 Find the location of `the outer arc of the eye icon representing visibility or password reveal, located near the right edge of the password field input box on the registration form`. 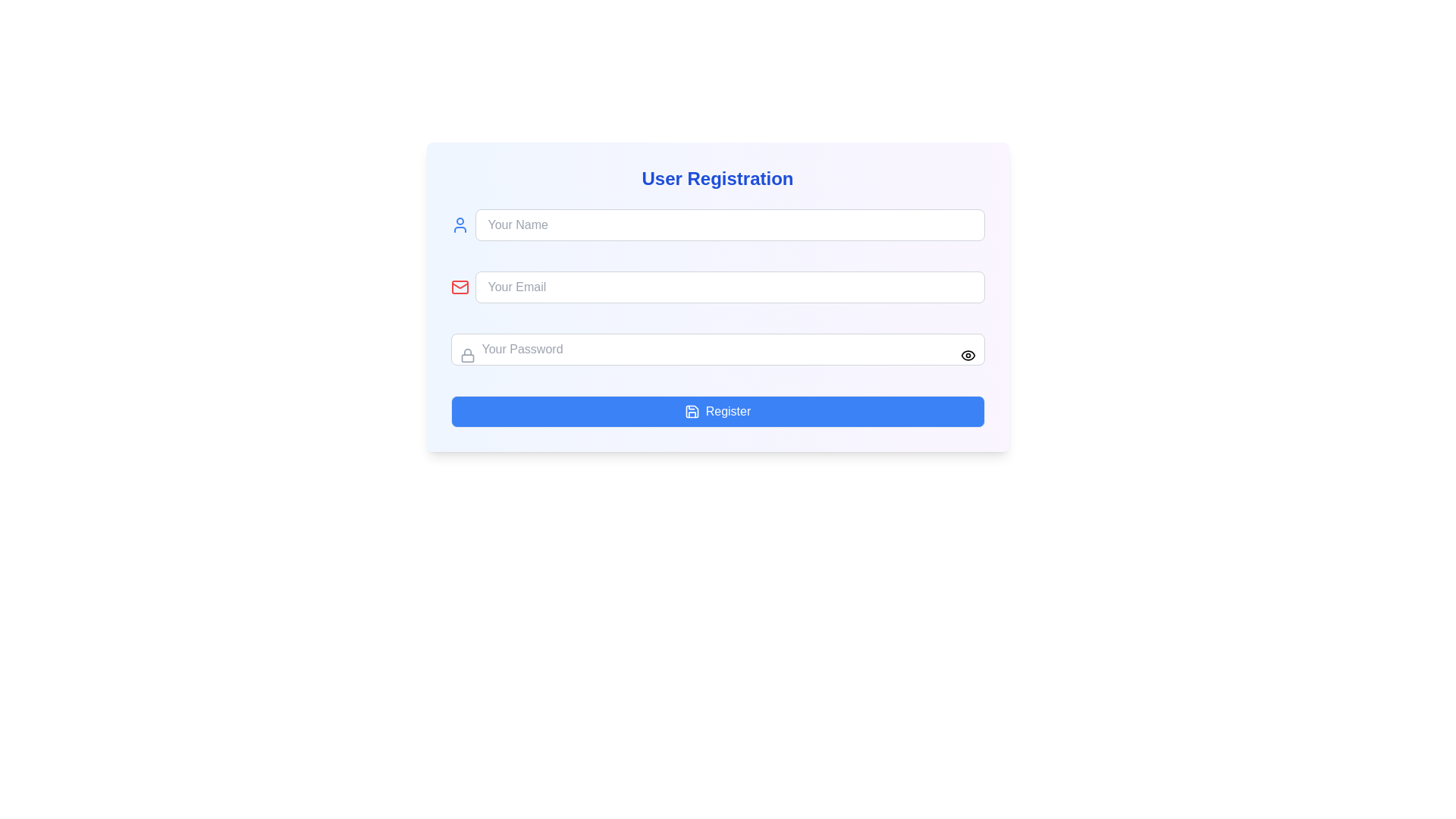

the outer arc of the eye icon representing visibility or password reveal, located near the right edge of the password field input box on the registration form is located at coordinates (967, 356).